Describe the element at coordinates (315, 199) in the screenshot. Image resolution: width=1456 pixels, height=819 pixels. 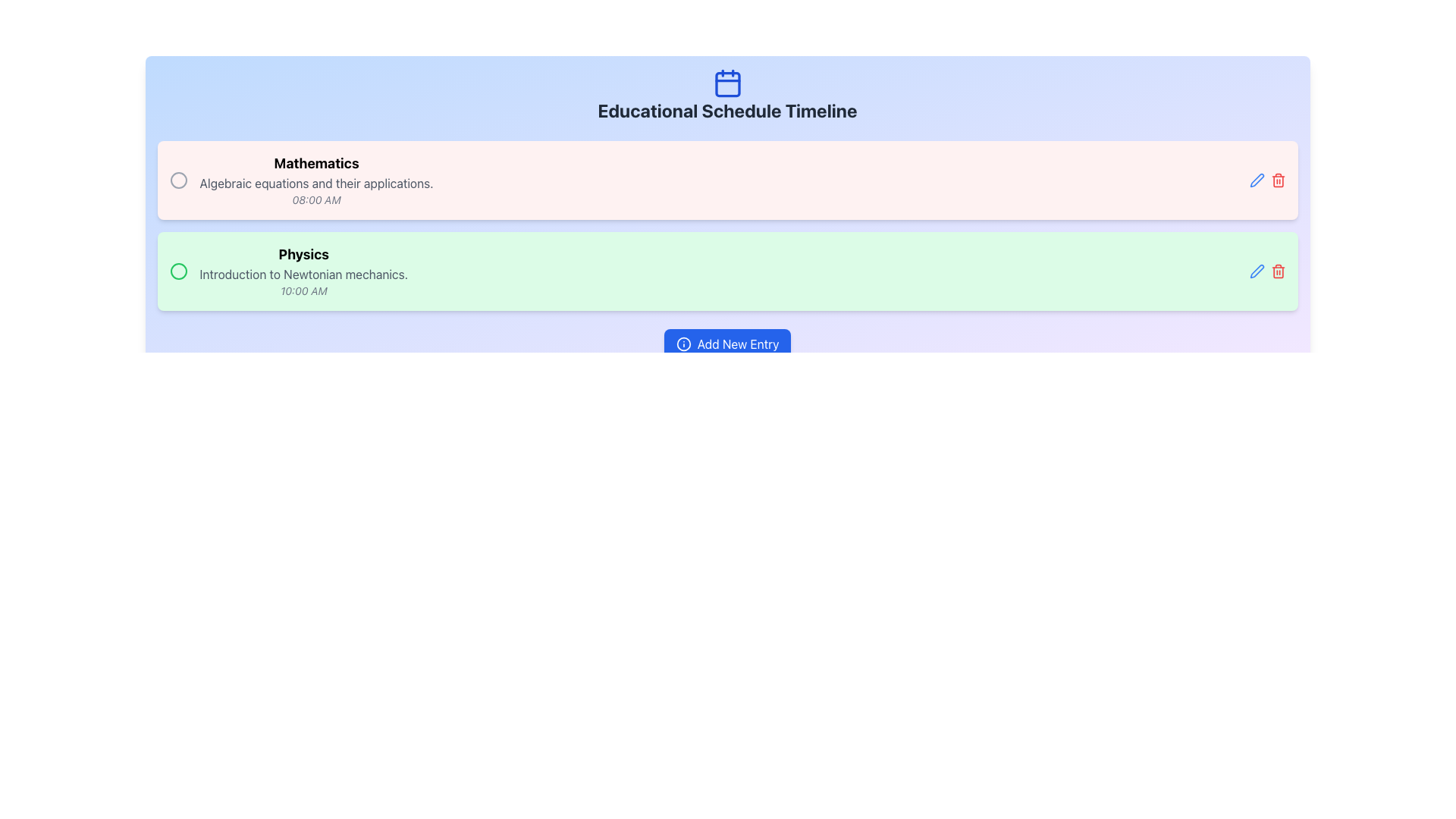
I see `the text label indicating the scheduled time for the 'Mathematics' entry in the educational schedule timeline, which is positioned below the description text 'Algebraic equations and their applications.'` at that location.